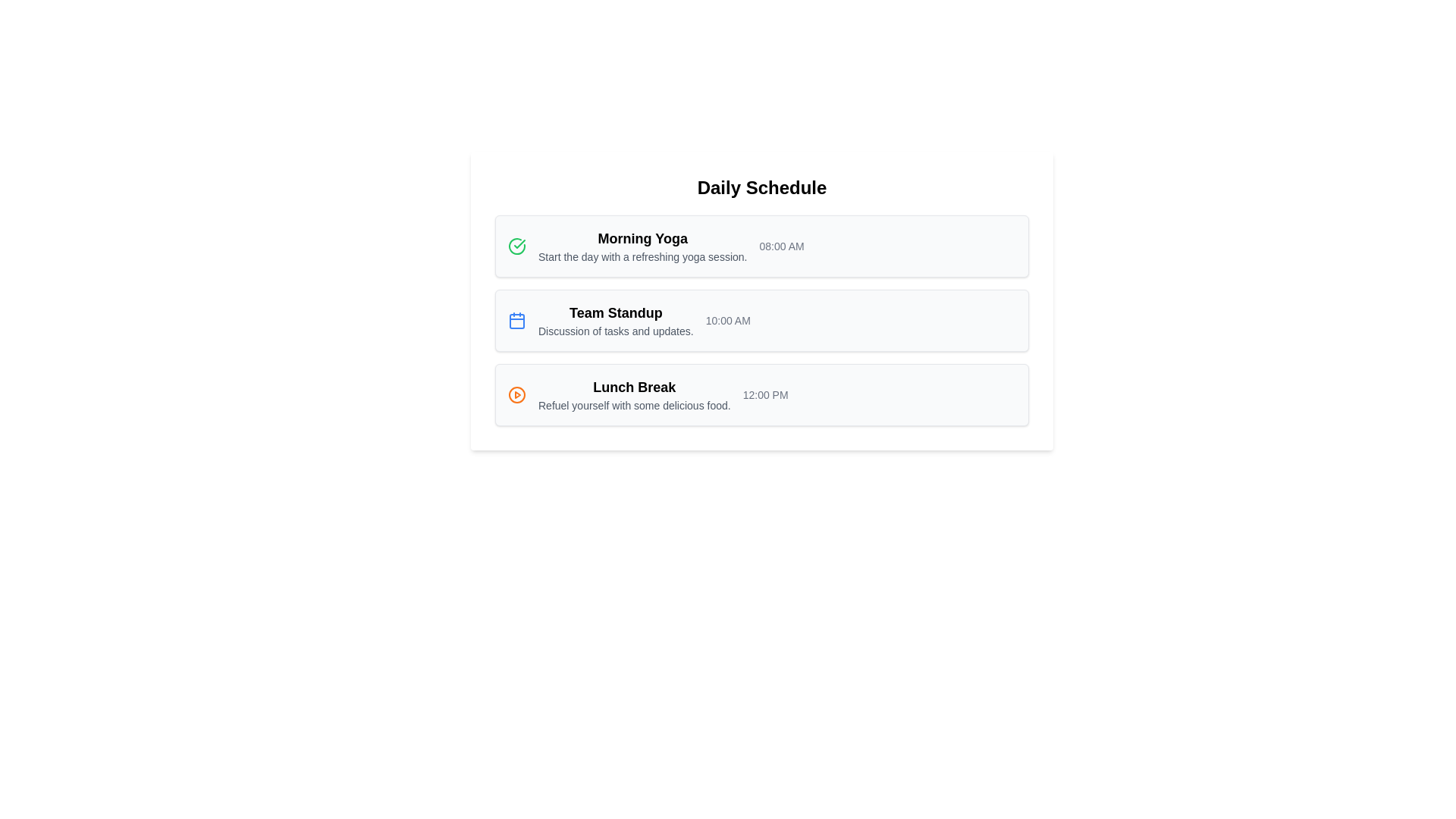  I want to click on the completion icon for the 'Morning Yoga' session, which is a checkmark located within the first card of the daily schedule, to the left of the text description, so click(519, 243).